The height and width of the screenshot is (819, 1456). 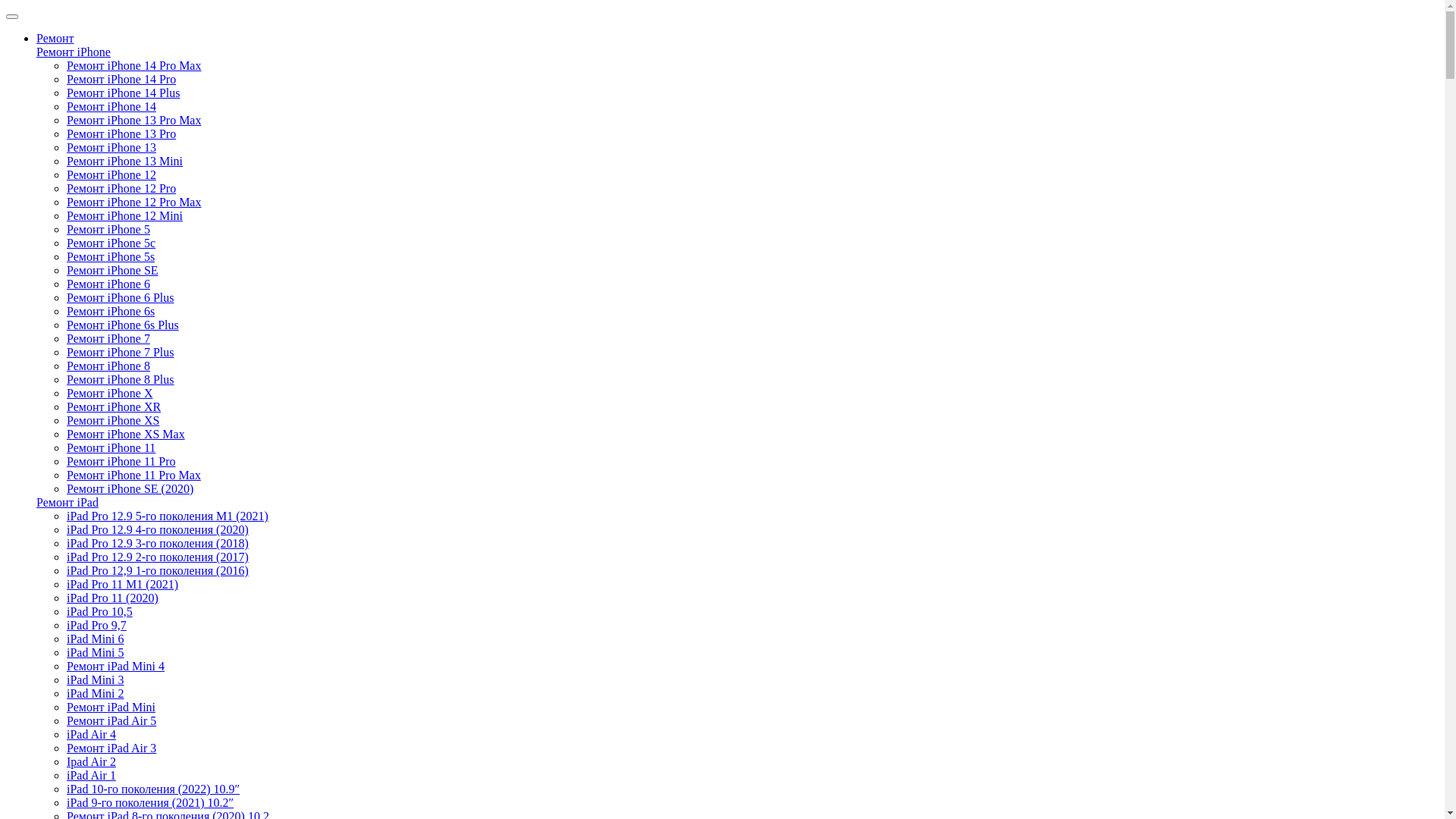 I want to click on 'iPad Pro 10,5', so click(x=99, y=610).